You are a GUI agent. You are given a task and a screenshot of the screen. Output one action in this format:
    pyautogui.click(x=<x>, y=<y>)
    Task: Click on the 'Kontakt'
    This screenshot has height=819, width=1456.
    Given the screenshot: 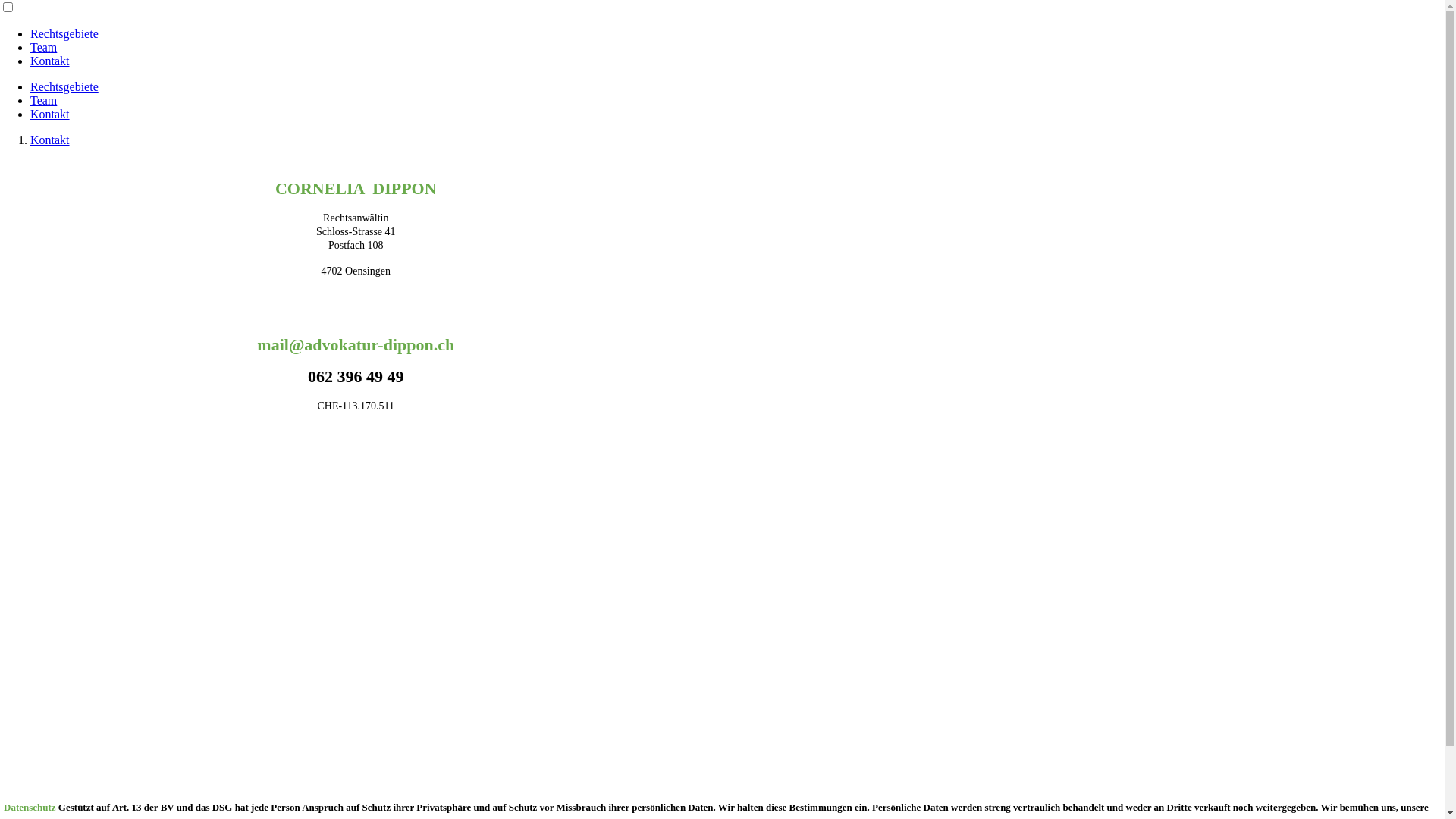 What is the action you would take?
    pyautogui.click(x=50, y=140)
    